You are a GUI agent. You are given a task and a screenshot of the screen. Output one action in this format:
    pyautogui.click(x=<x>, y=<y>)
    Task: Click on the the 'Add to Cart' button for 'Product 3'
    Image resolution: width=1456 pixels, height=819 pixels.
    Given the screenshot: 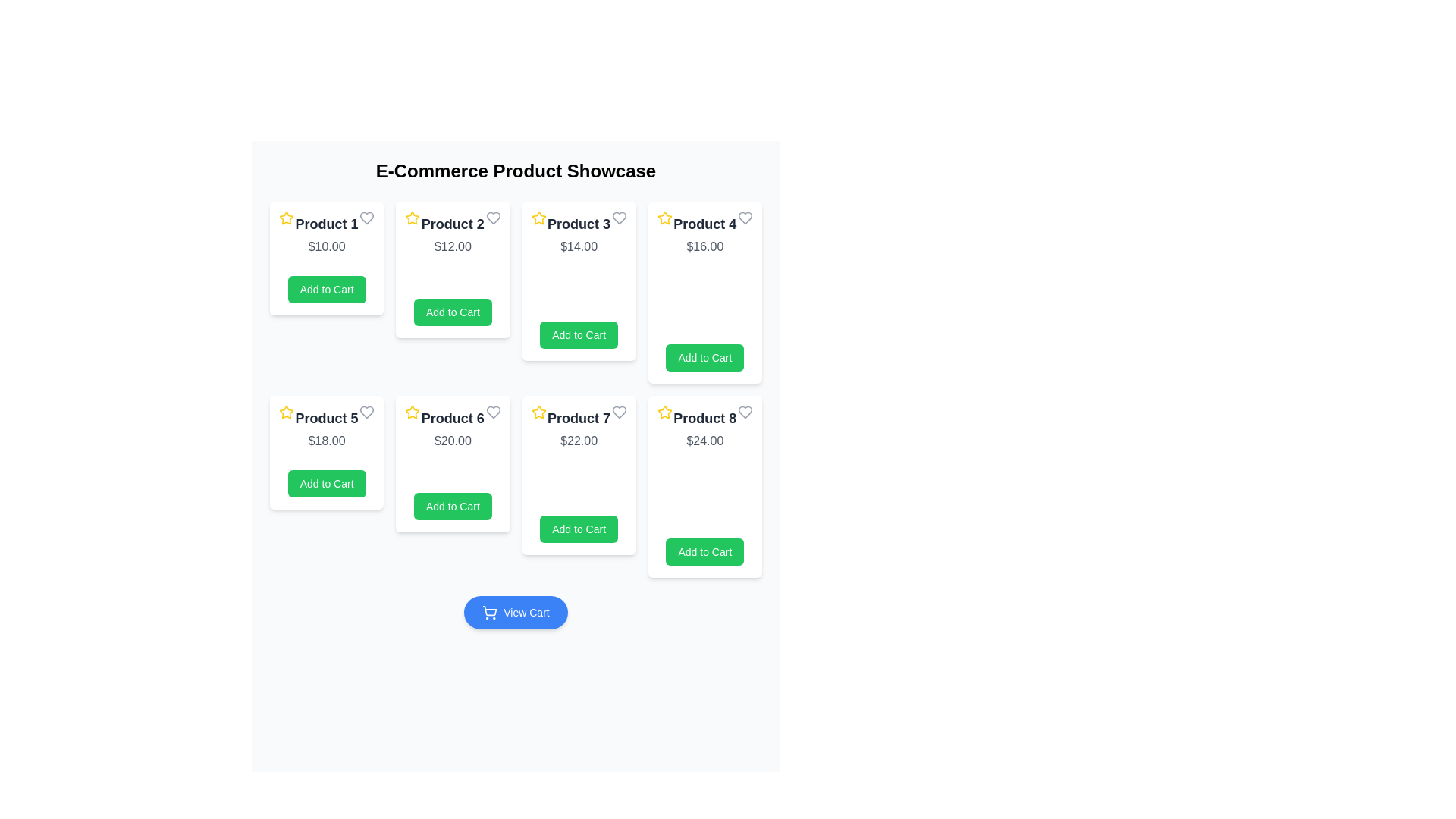 What is the action you would take?
    pyautogui.click(x=578, y=334)
    